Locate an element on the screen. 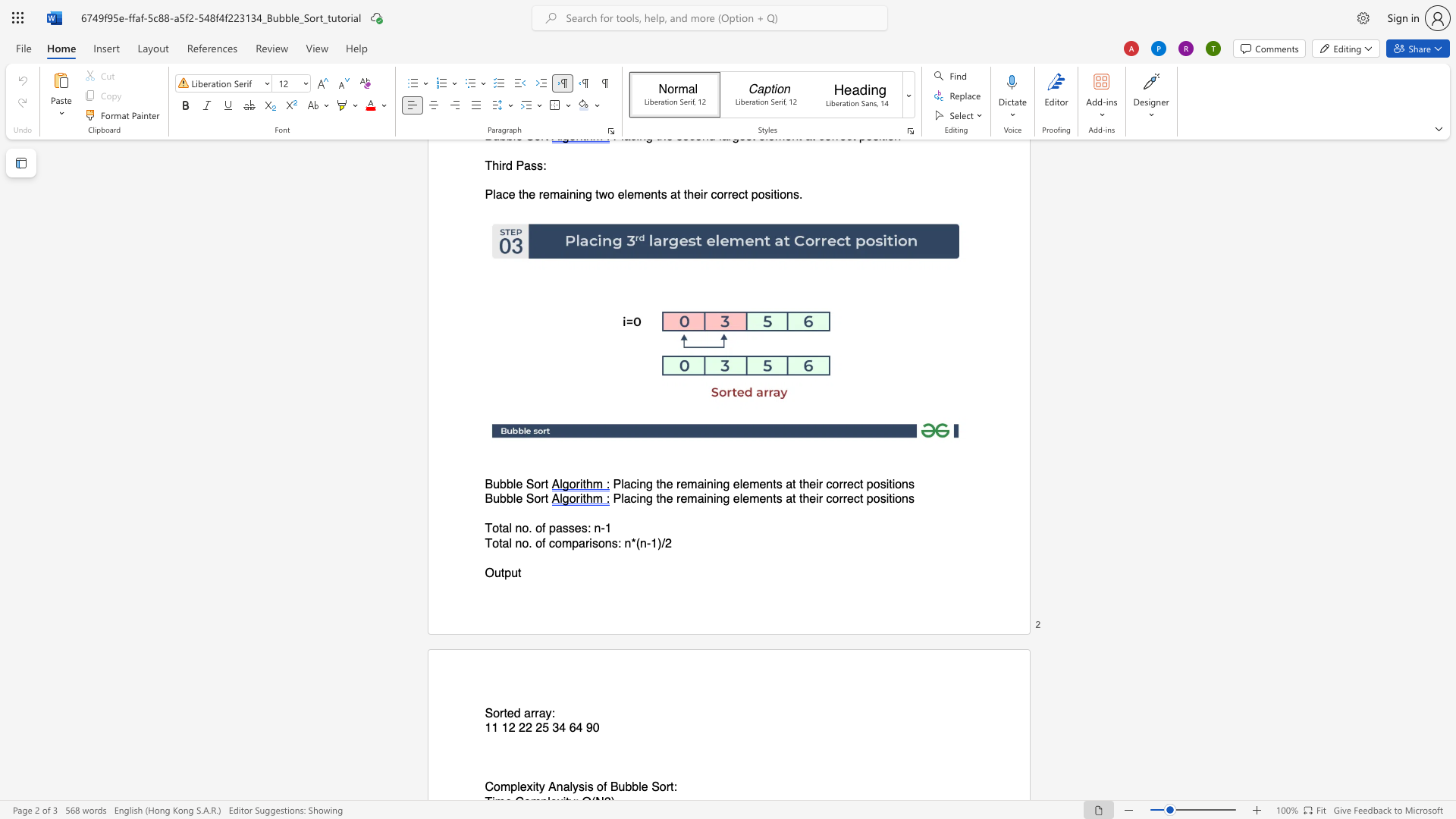  the 1th character "r" in the text is located at coordinates (542, 499).